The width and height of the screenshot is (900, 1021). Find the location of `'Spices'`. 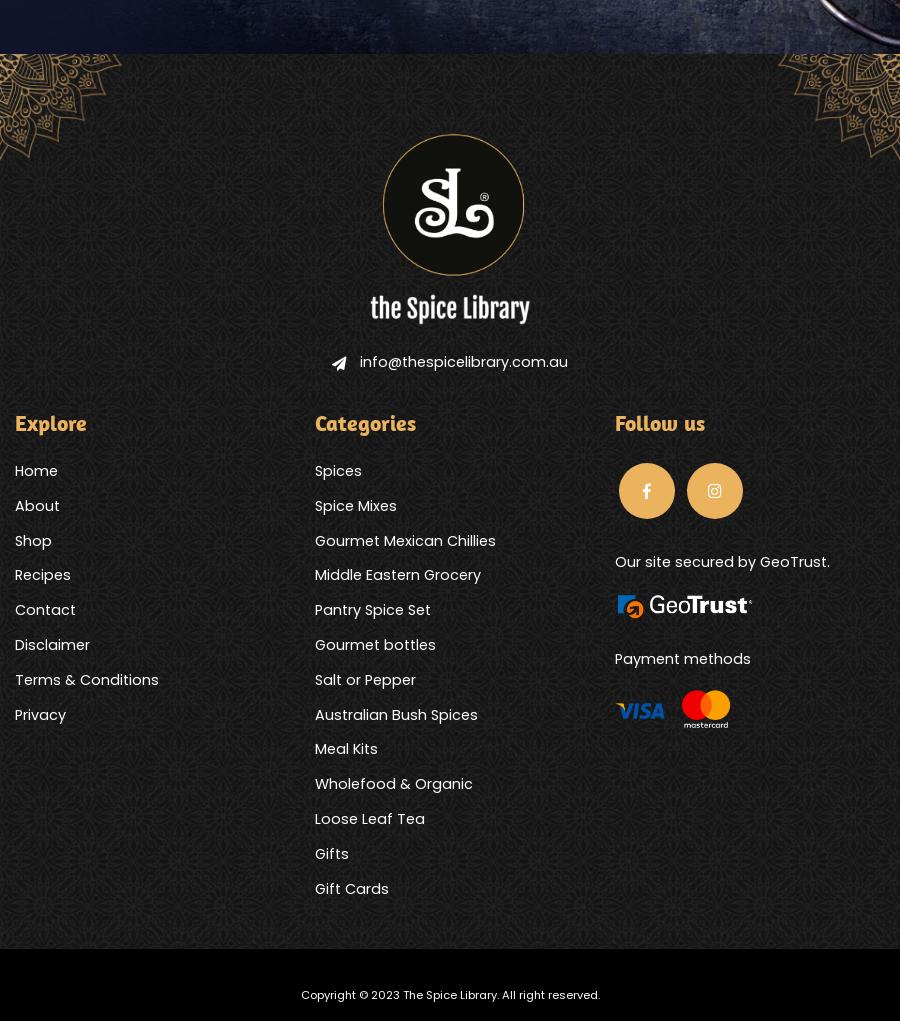

'Spices' is located at coordinates (336, 469).